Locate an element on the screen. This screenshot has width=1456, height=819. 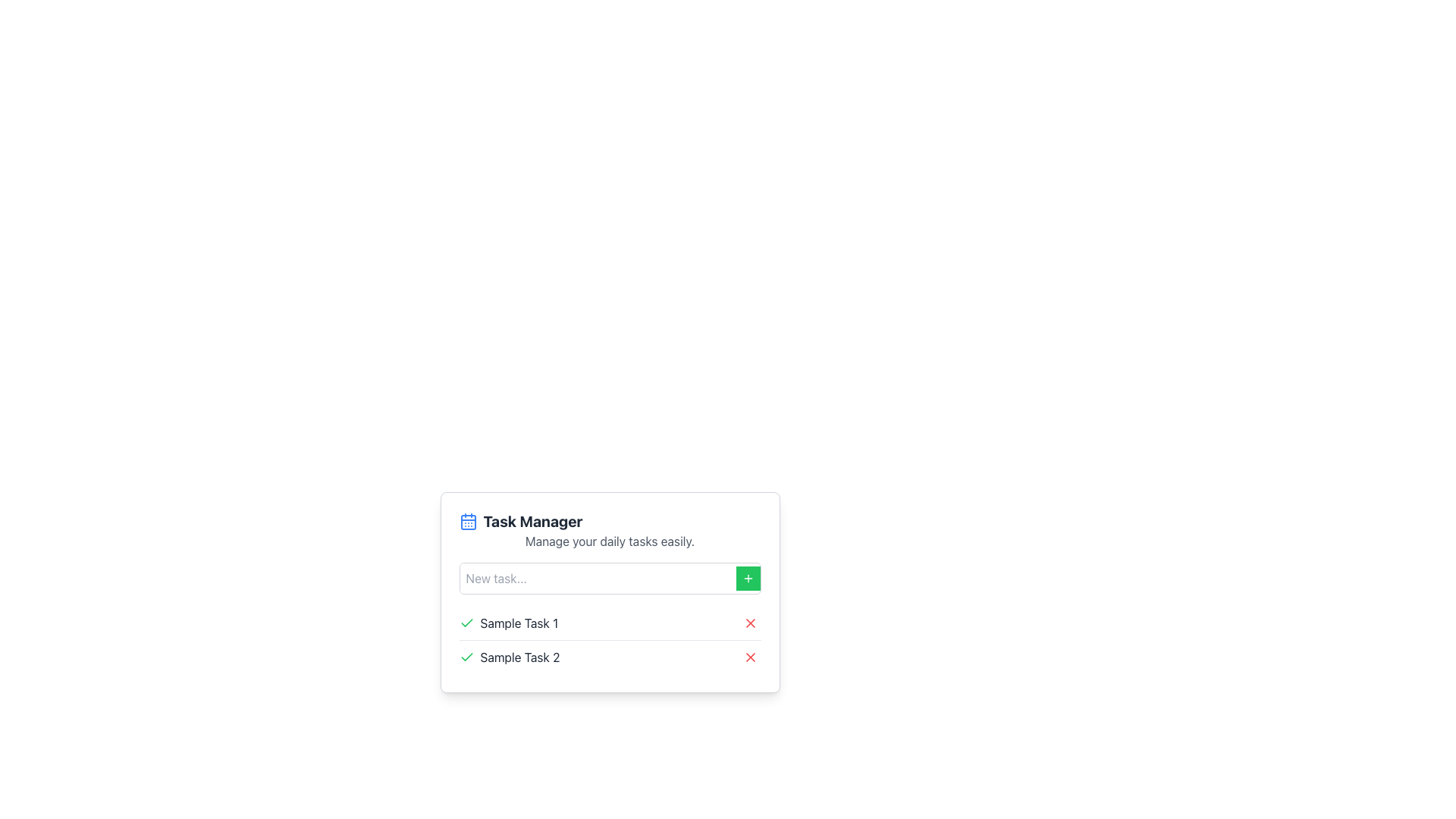
the red 'X' icon button located next to 'Sample Task 2' in the task list is located at coordinates (750, 657).